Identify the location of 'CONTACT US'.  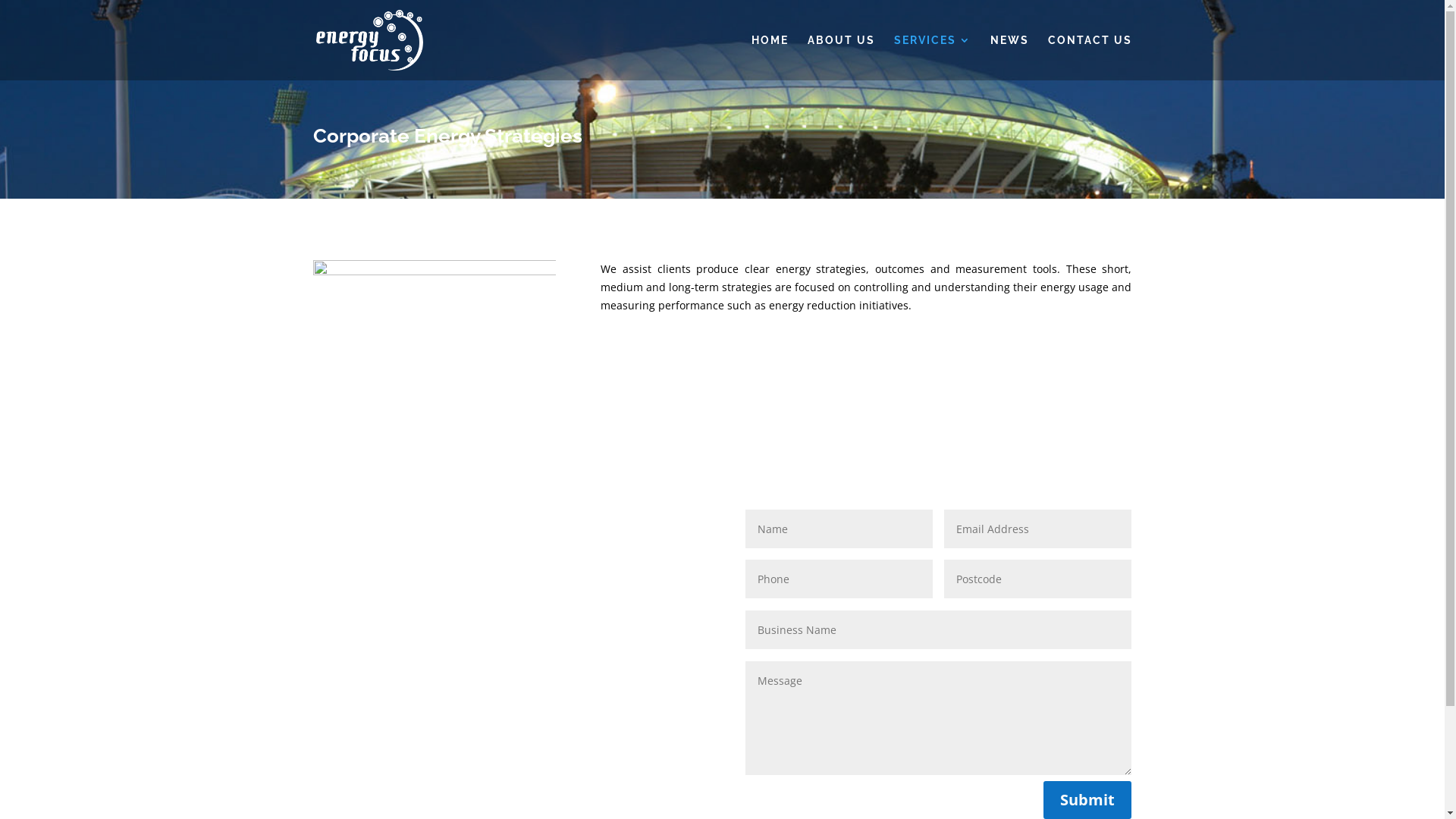
(1047, 57).